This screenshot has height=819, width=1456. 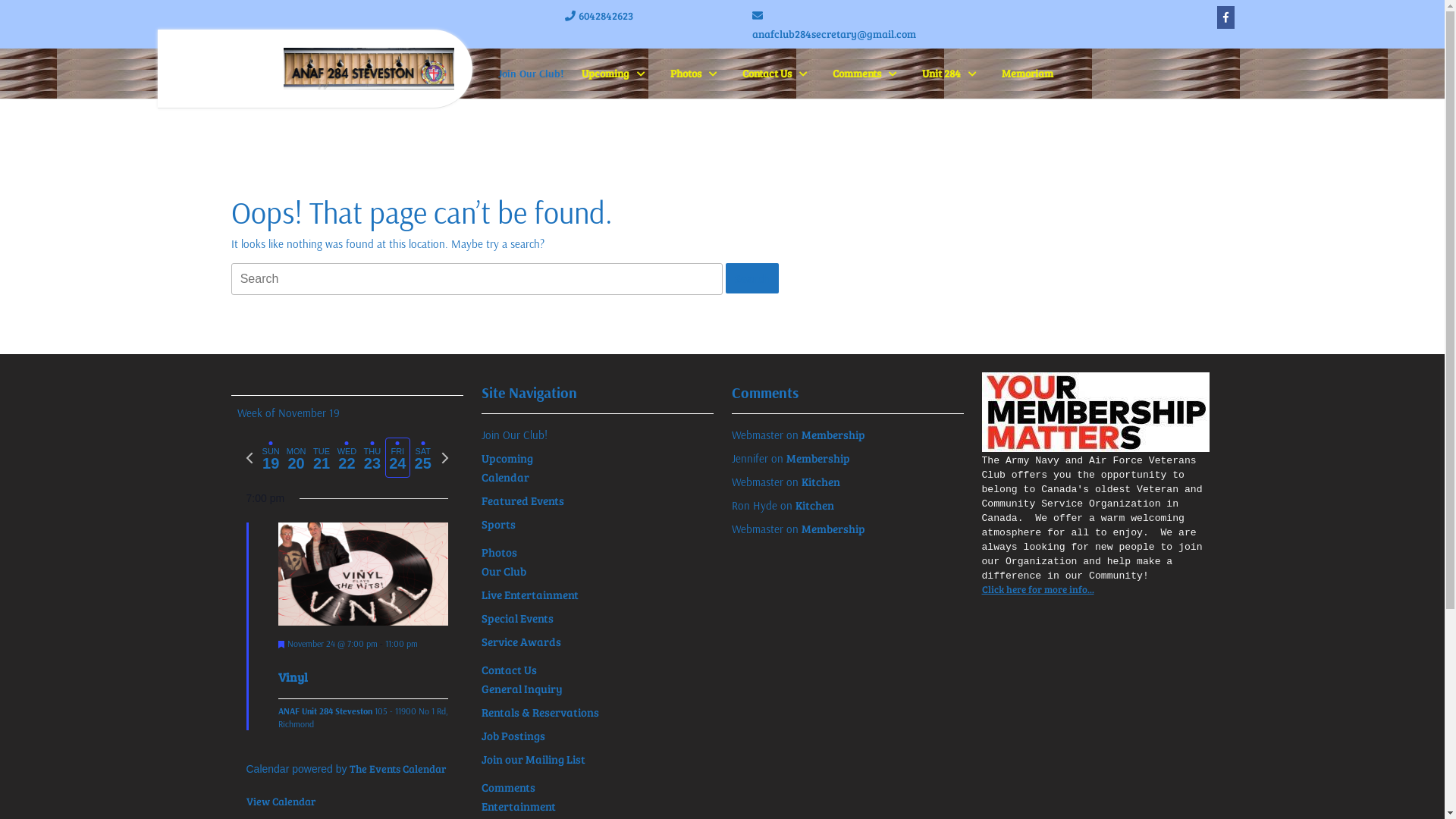 What do you see at coordinates (280, 800) in the screenshot?
I see `'View Calendar'` at bounding box center [280, 800].